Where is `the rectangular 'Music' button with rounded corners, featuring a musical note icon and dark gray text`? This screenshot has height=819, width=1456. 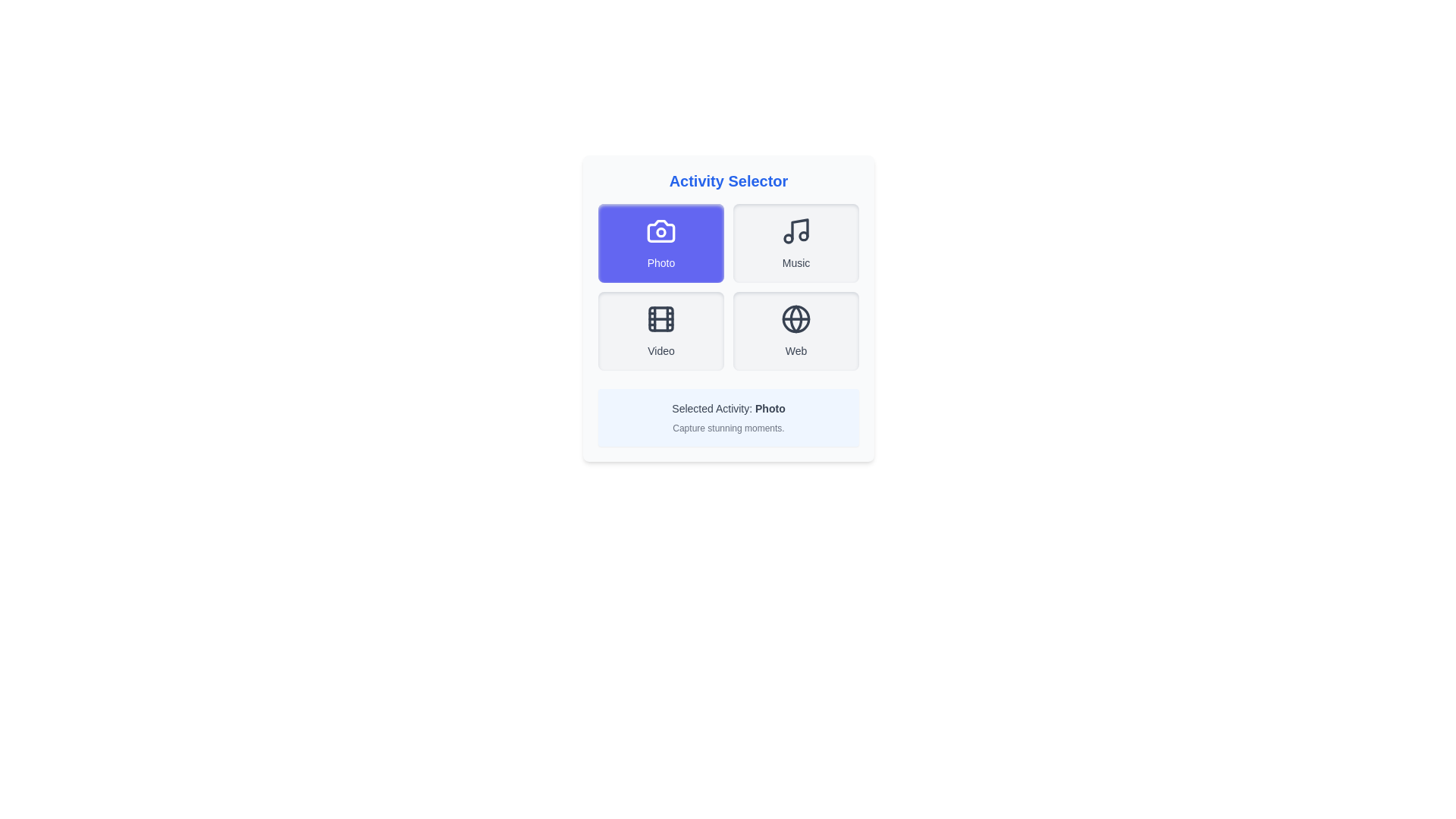 the rectangular 'Music' button with rounded corners, featuring a musical note icon and dark gray text is located at coordinates (795, 242).